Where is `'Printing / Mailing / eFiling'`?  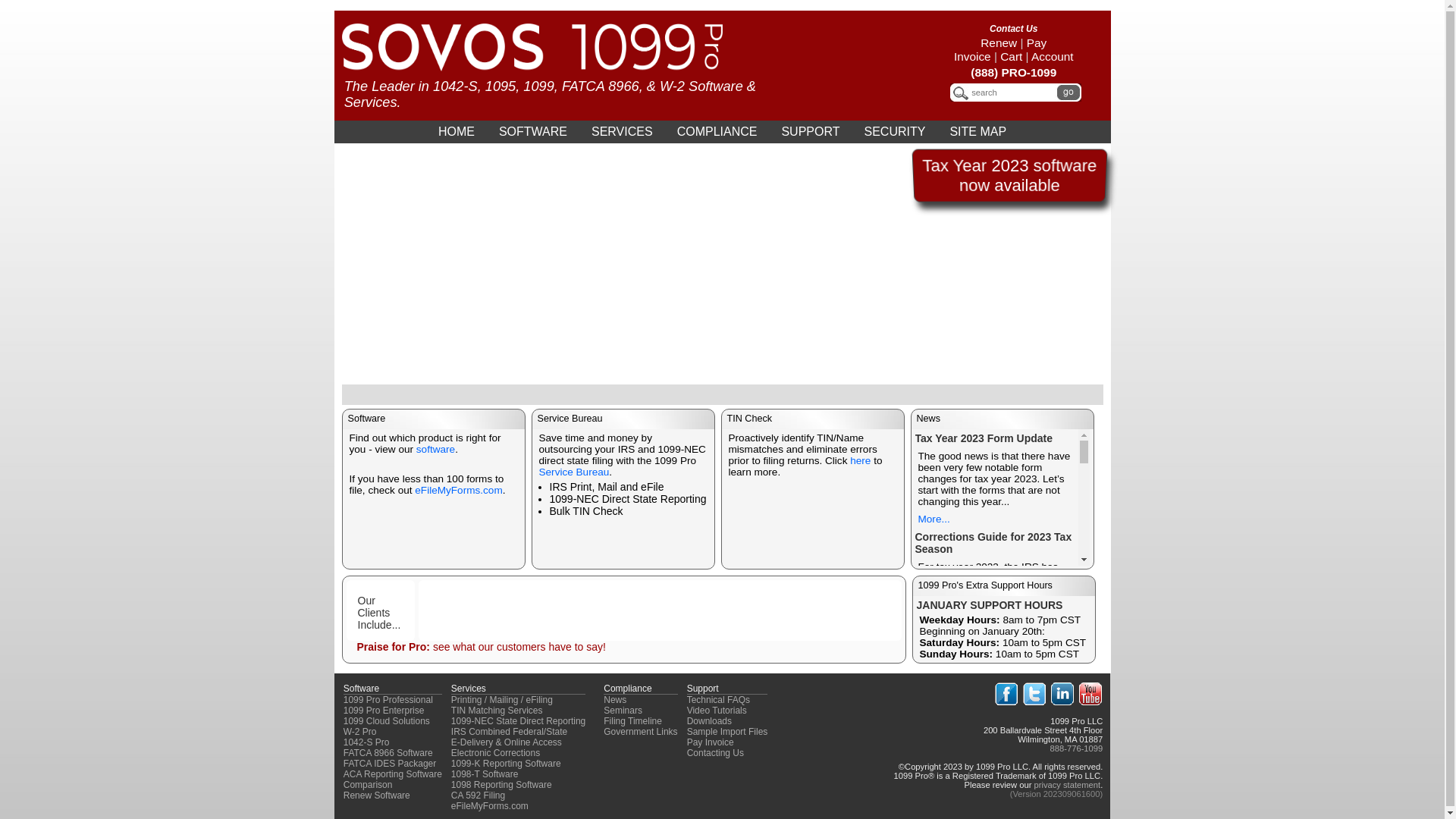 'Printing / Mailing / eFiling' is located at coordinates (502, 699).